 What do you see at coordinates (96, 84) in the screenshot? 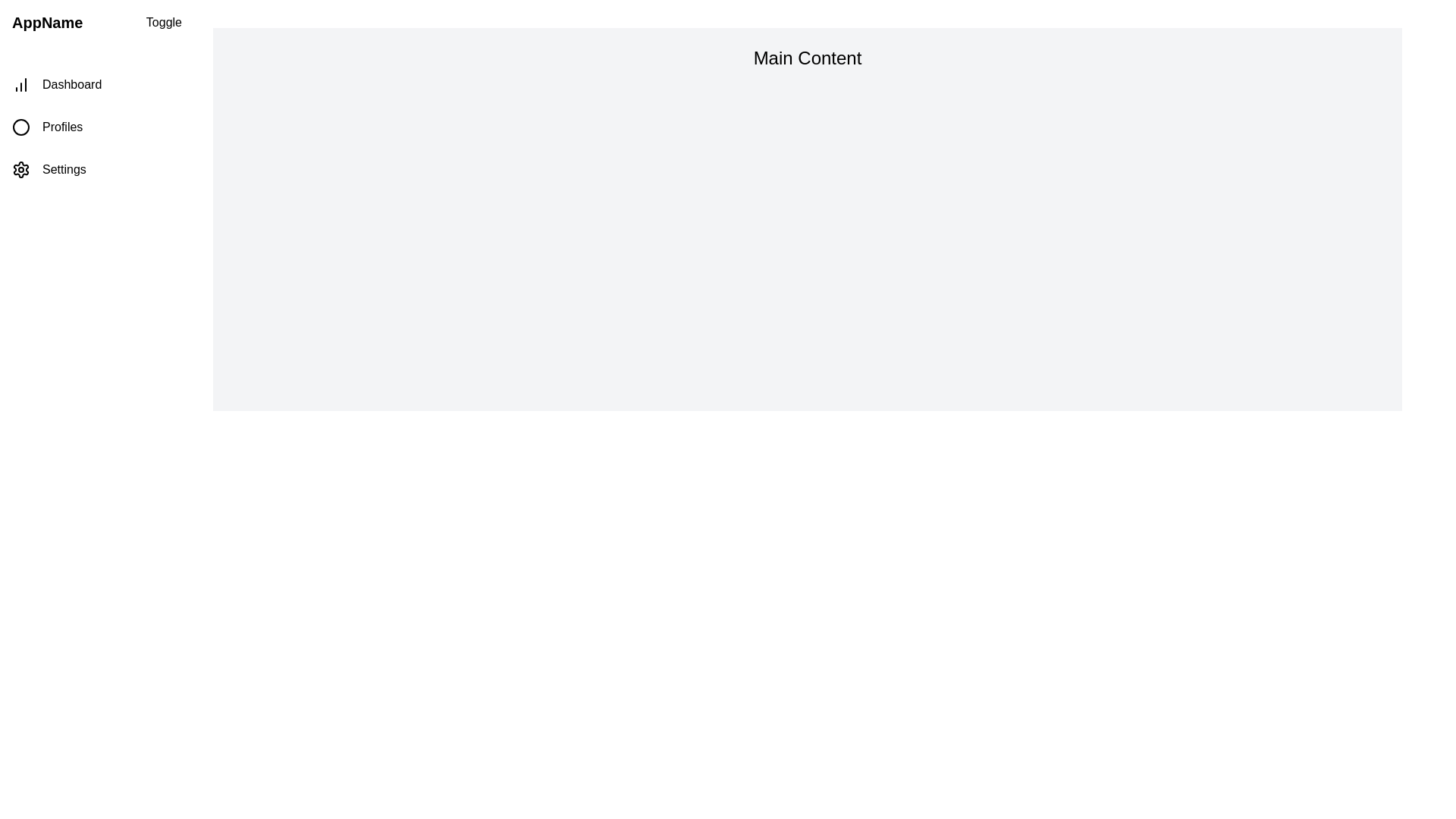
I see `the navigation item Dashboard in the drawer` at bounding box center [96, 84].